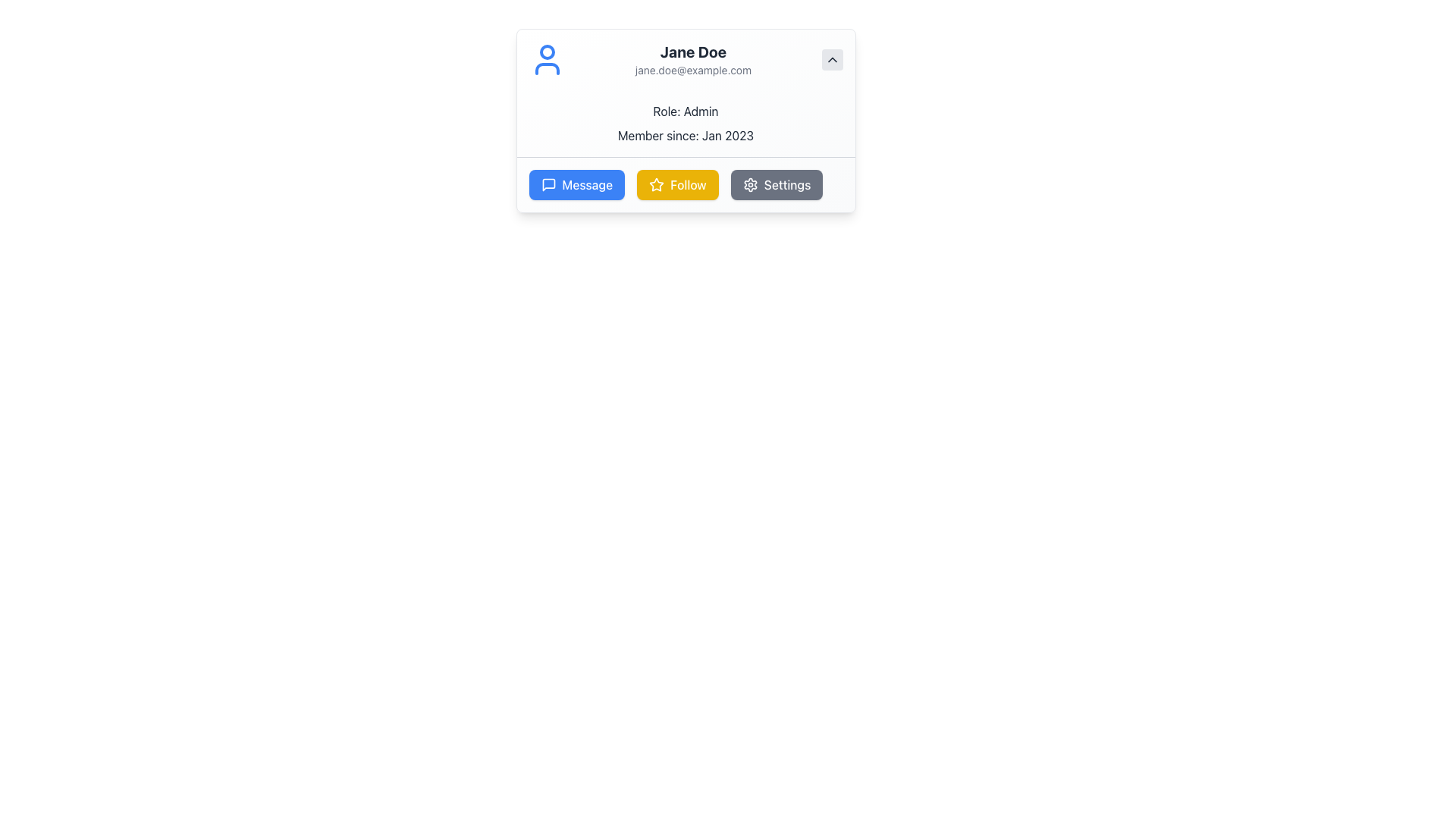  I want to click on the text label displaying 'jane.doe@example.com', which is located below the larger text 'Jane Doe' in the user profile section, so click(692, 70).